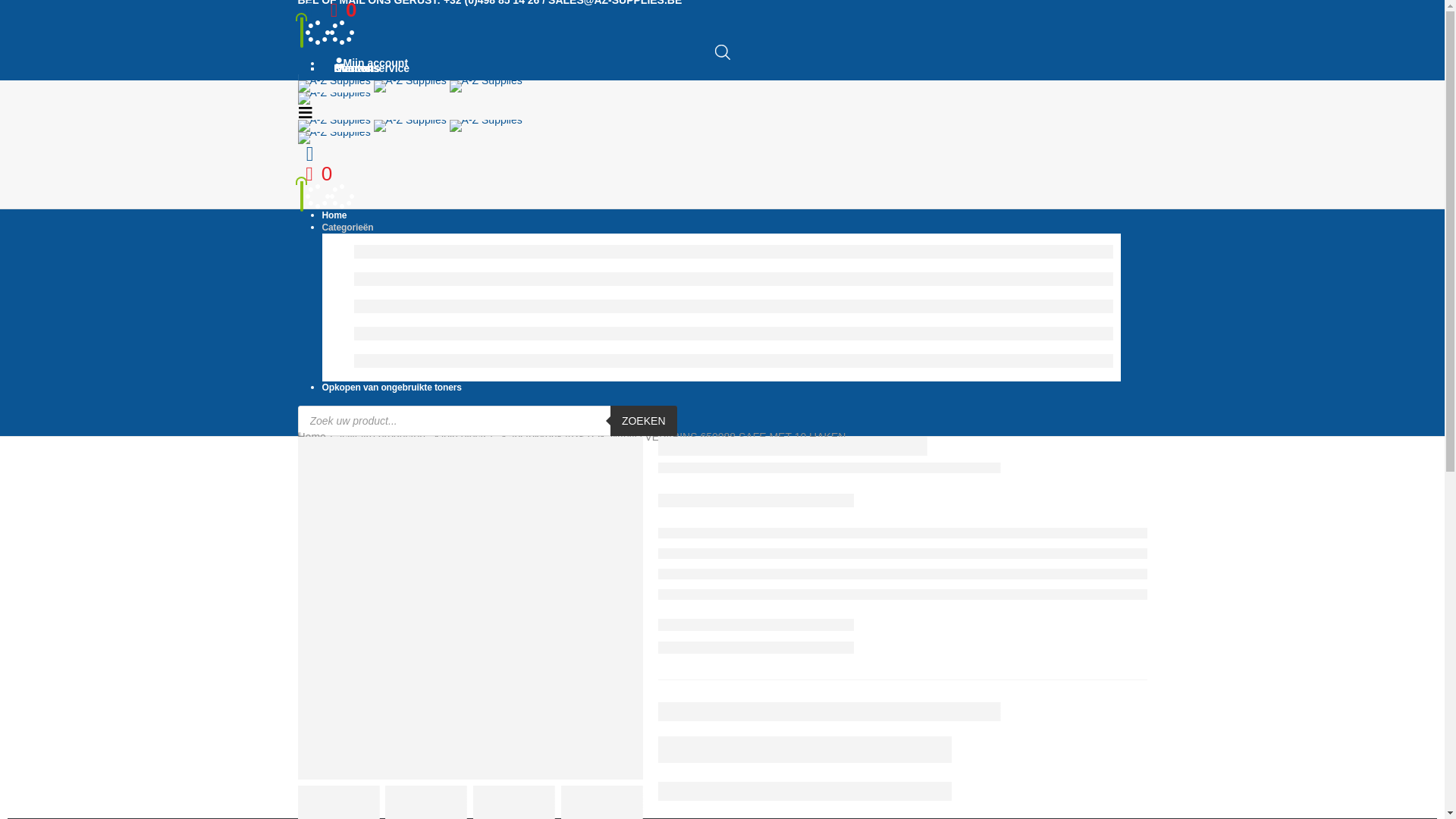 This screenshot has width=1456, height=819. What do you see at coordinates (463, 436) in the screenshot?
I see `'Klein electra'` at bounding box center [463, 436].